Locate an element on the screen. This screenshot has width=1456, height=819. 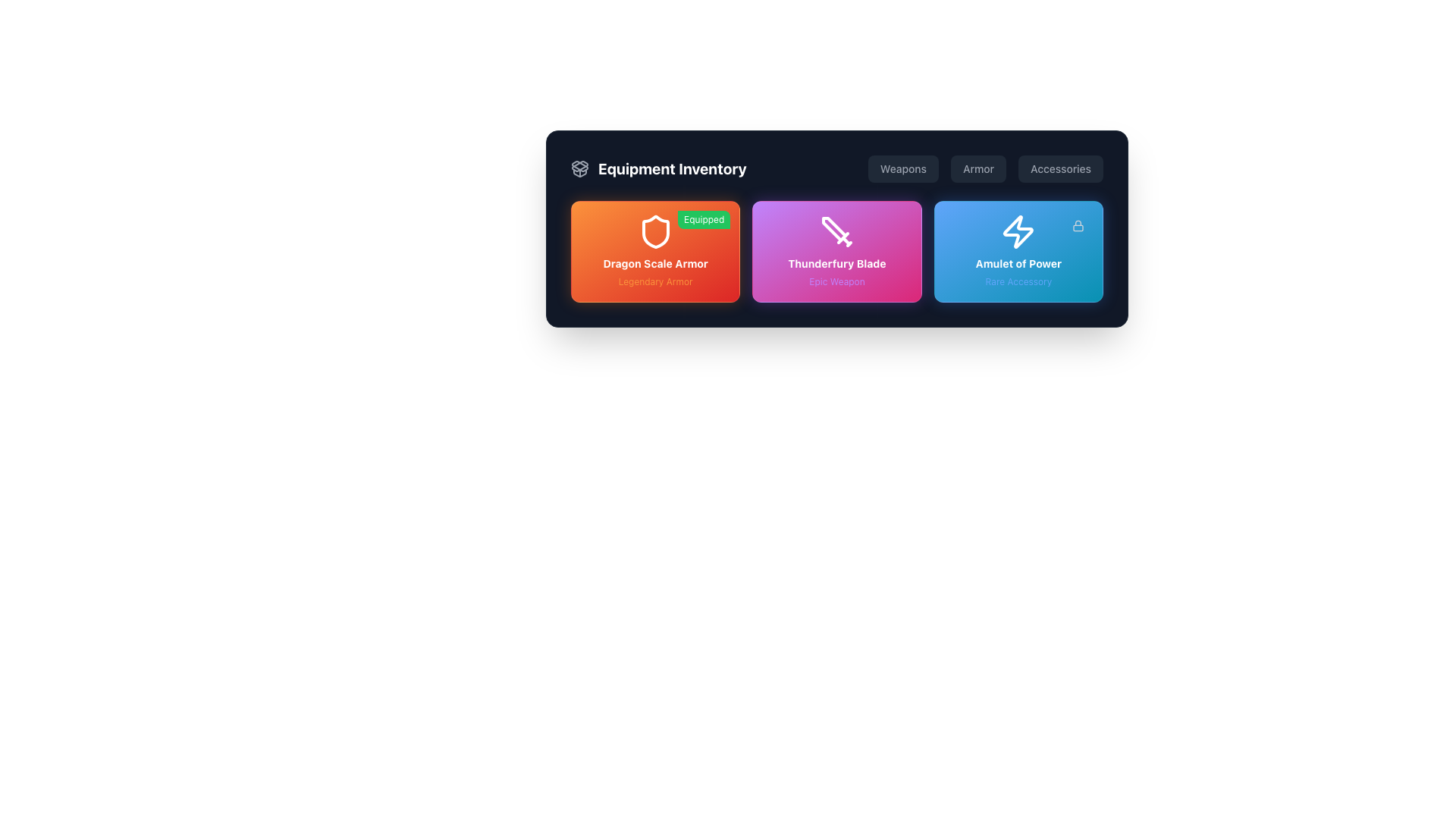
the text label reading 'Thunderfury Blade' styled in white text within the purple card in the 'Equipment Inventory' section is located at coordinates (836, 262).